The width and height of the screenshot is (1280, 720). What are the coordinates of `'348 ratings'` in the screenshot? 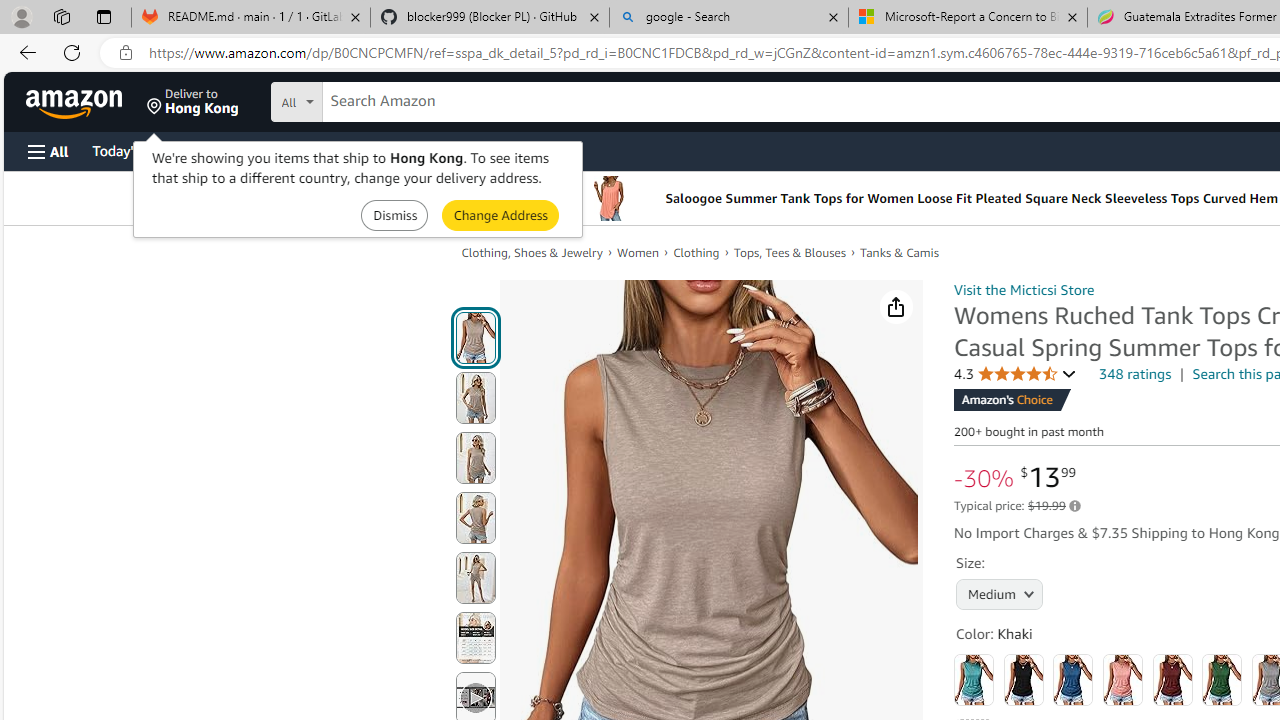 It's located at (1136, 374).